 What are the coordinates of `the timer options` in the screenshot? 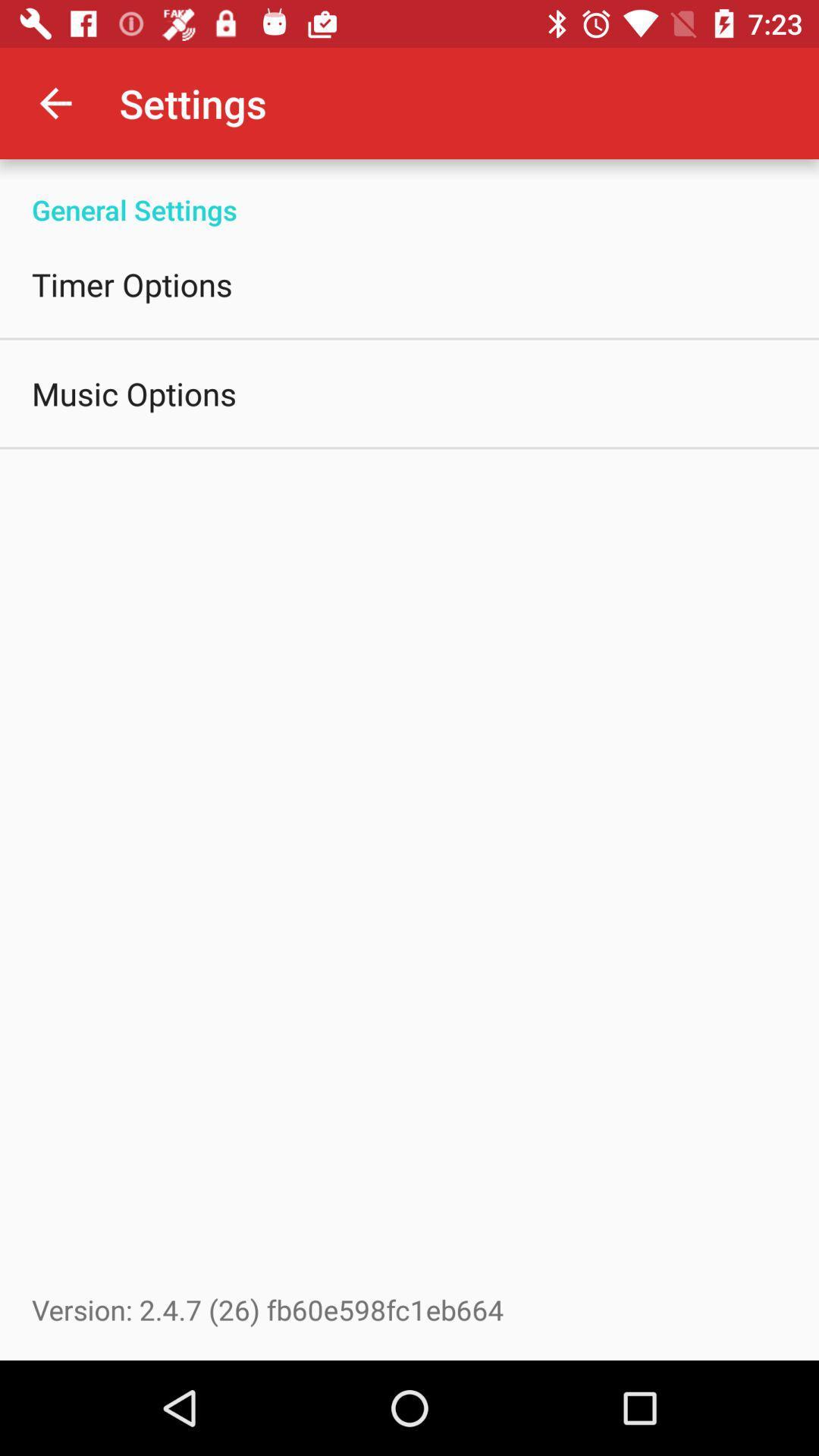 It's located at (131, 284).